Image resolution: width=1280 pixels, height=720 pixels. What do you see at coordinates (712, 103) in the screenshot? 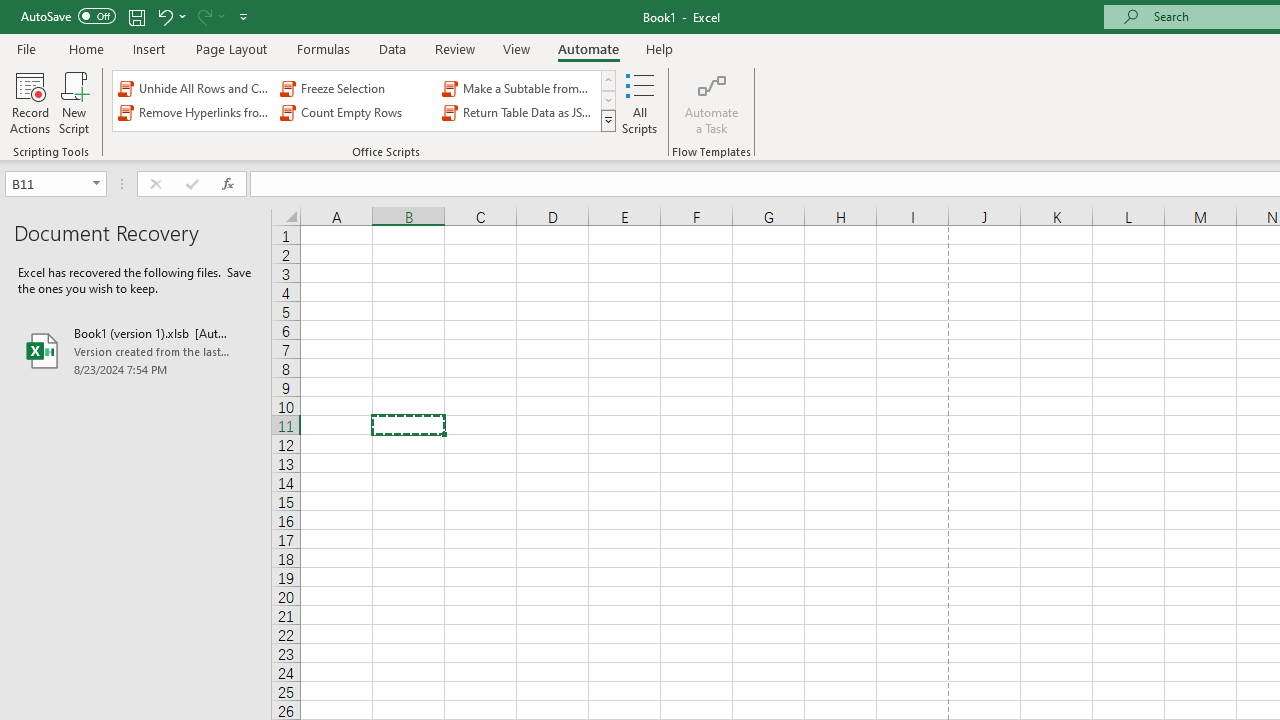
I see `'Automate a Task'` at bounding box center [712, 103].